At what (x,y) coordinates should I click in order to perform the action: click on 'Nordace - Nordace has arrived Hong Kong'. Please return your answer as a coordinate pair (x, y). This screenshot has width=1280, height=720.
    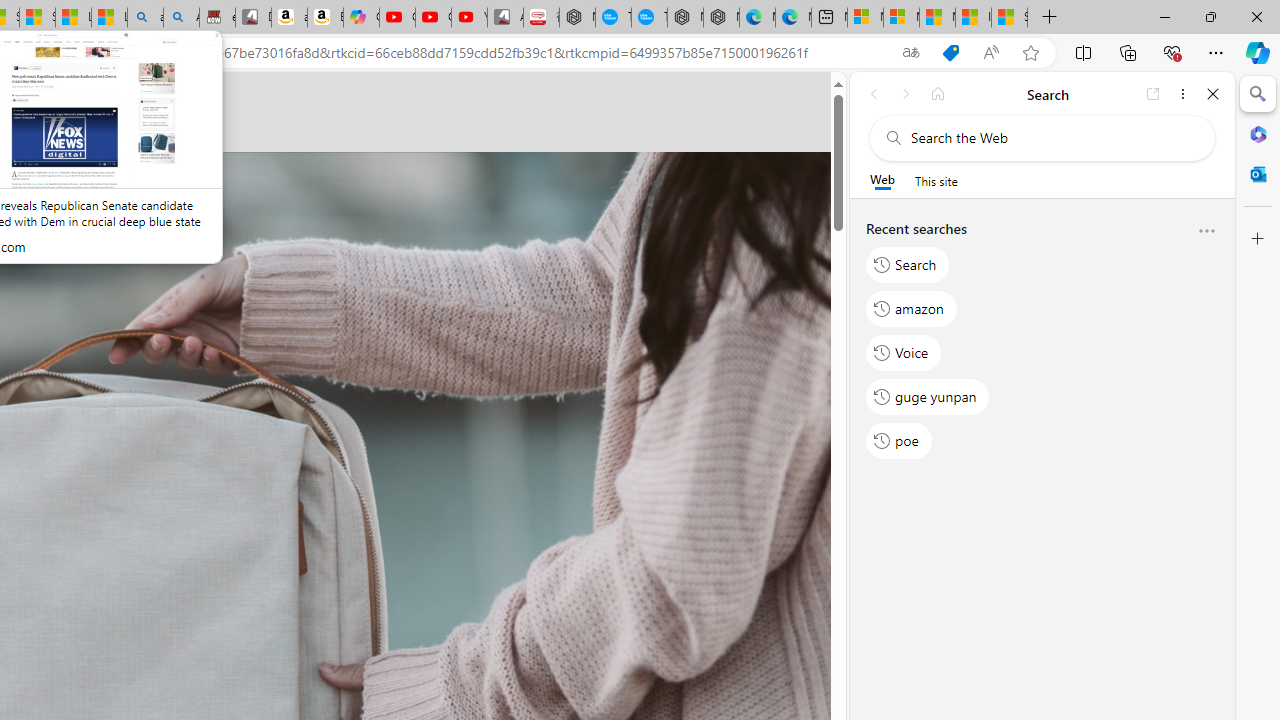
    Looking at the image, I should click on (720, 17).